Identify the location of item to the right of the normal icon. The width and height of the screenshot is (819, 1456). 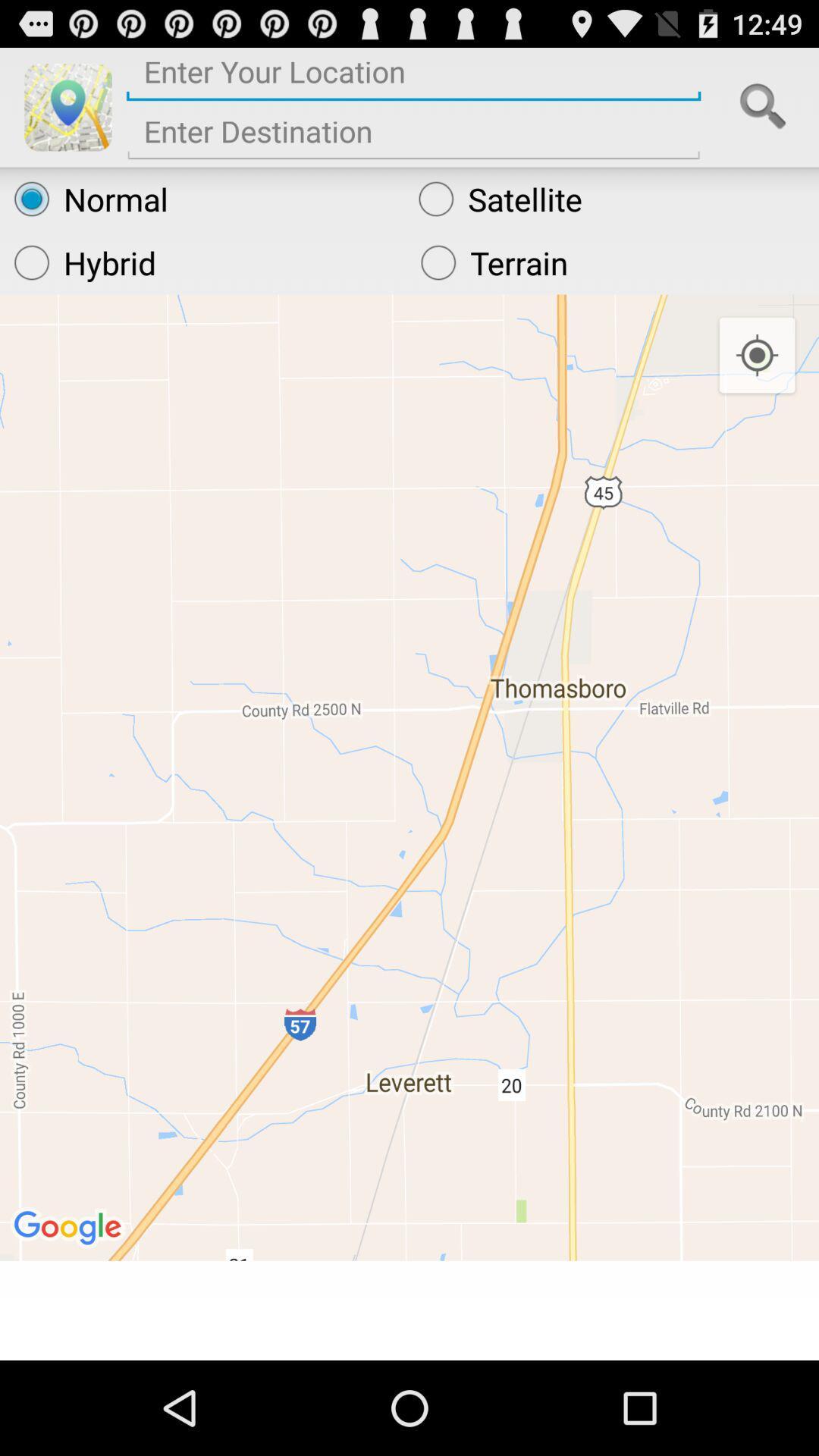
(610, 198).